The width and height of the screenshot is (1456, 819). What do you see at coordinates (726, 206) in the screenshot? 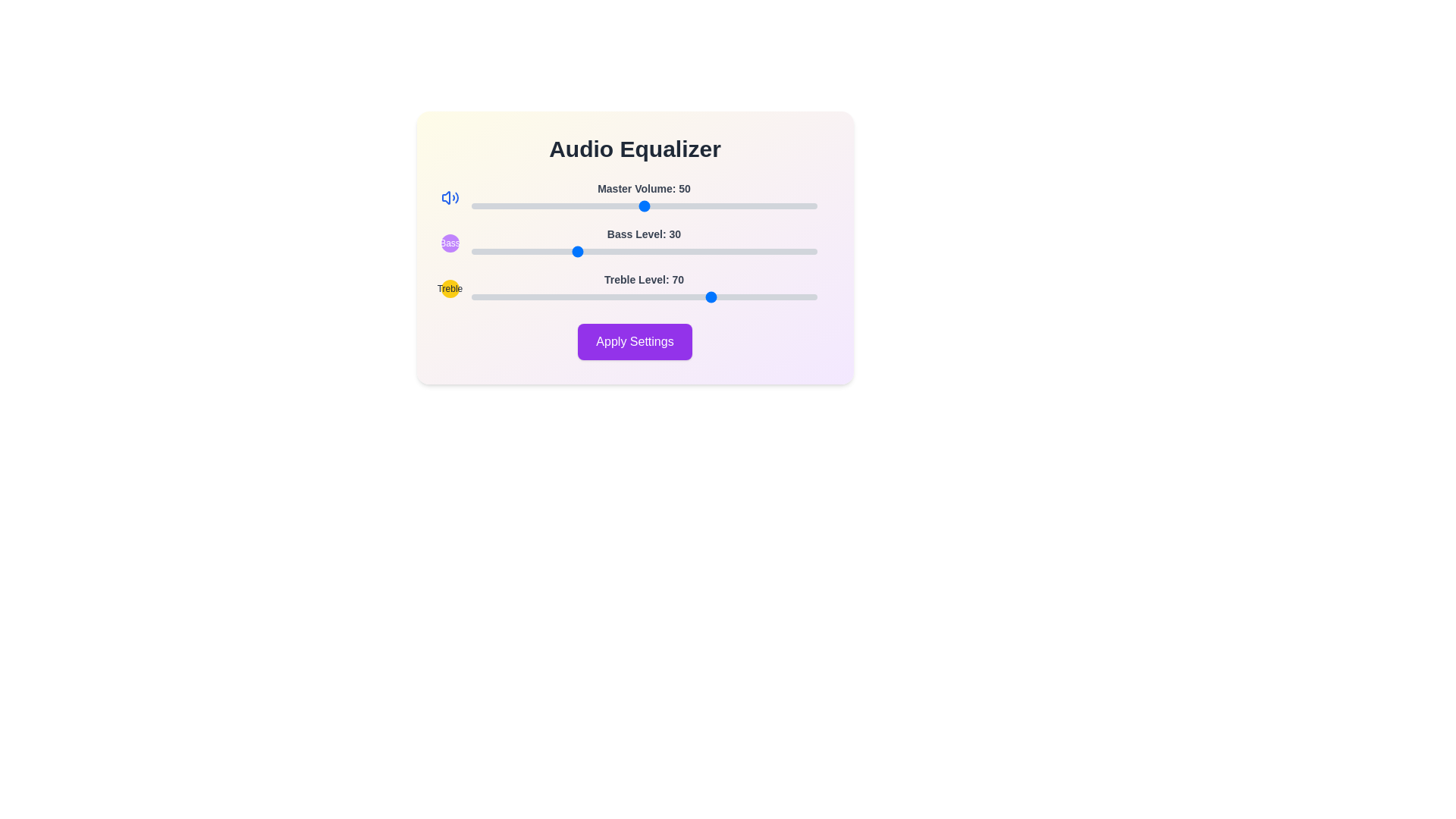
I see `the master volume` at bounding box center [726, 206].